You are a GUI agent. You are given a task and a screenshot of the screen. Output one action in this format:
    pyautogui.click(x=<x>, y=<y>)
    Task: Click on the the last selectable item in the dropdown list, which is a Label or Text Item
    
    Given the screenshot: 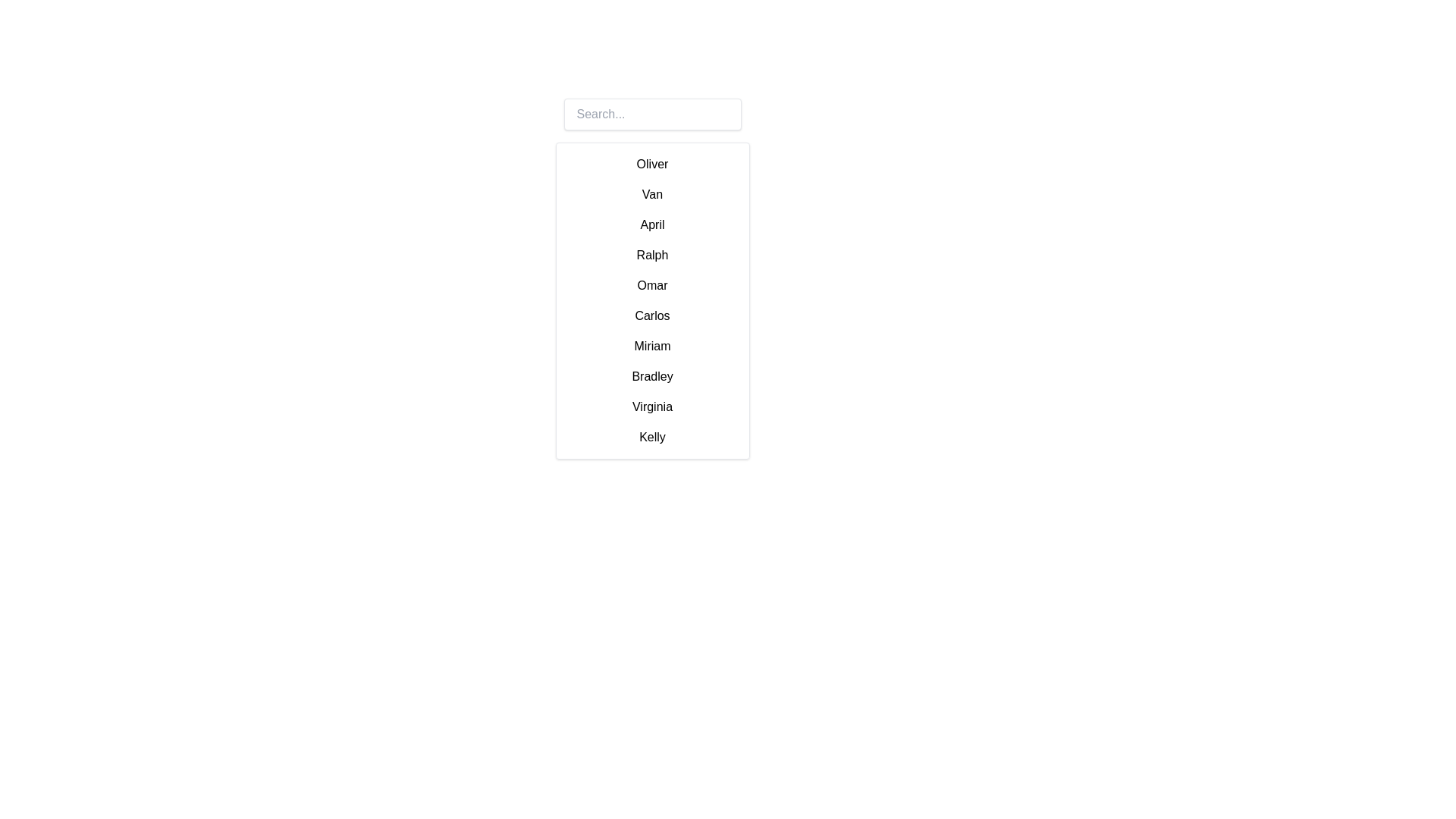 What is the action you would take?
    pyautogui.click(x=652, y=438)
    